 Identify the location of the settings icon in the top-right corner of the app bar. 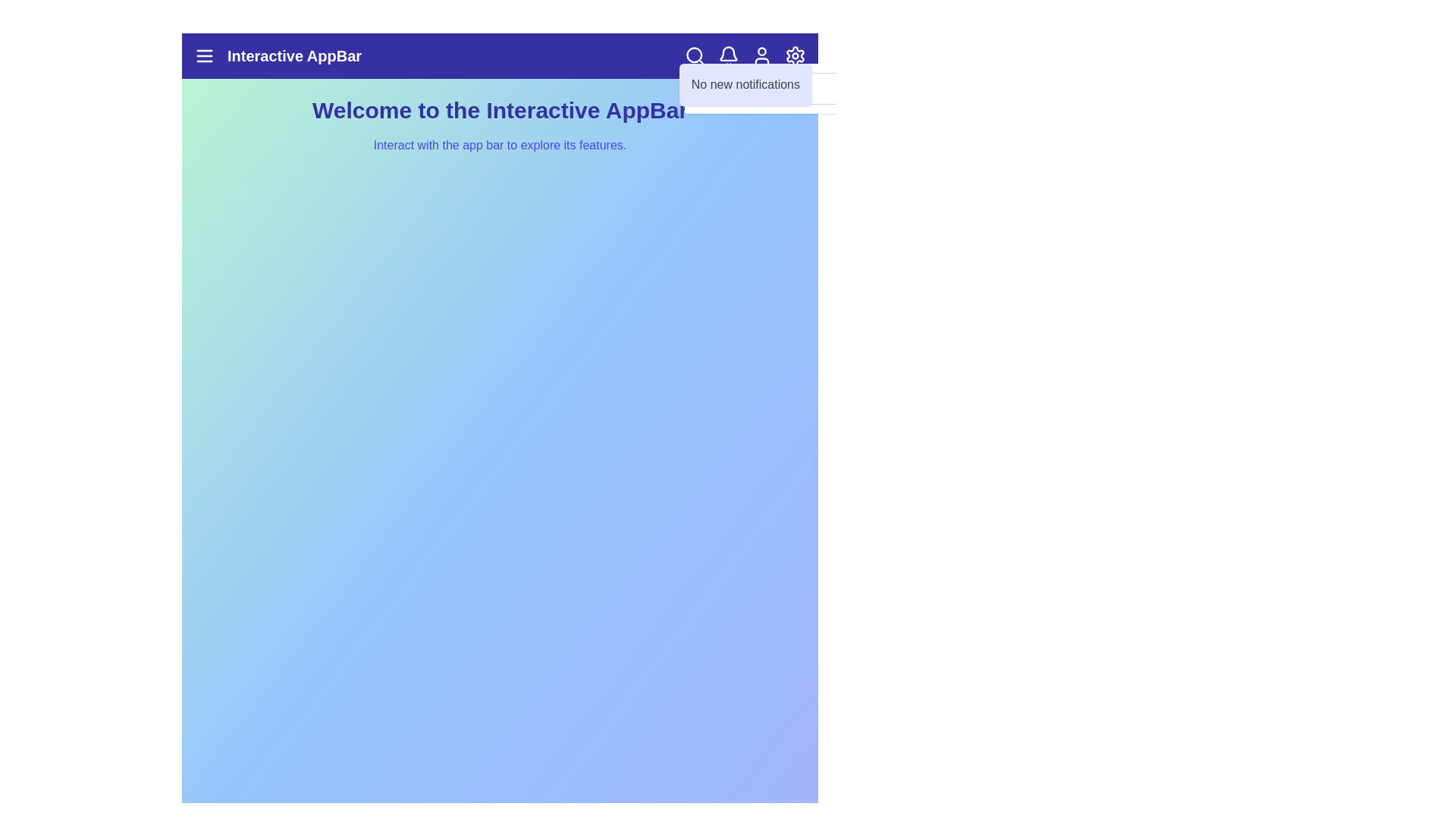
(795, 55).